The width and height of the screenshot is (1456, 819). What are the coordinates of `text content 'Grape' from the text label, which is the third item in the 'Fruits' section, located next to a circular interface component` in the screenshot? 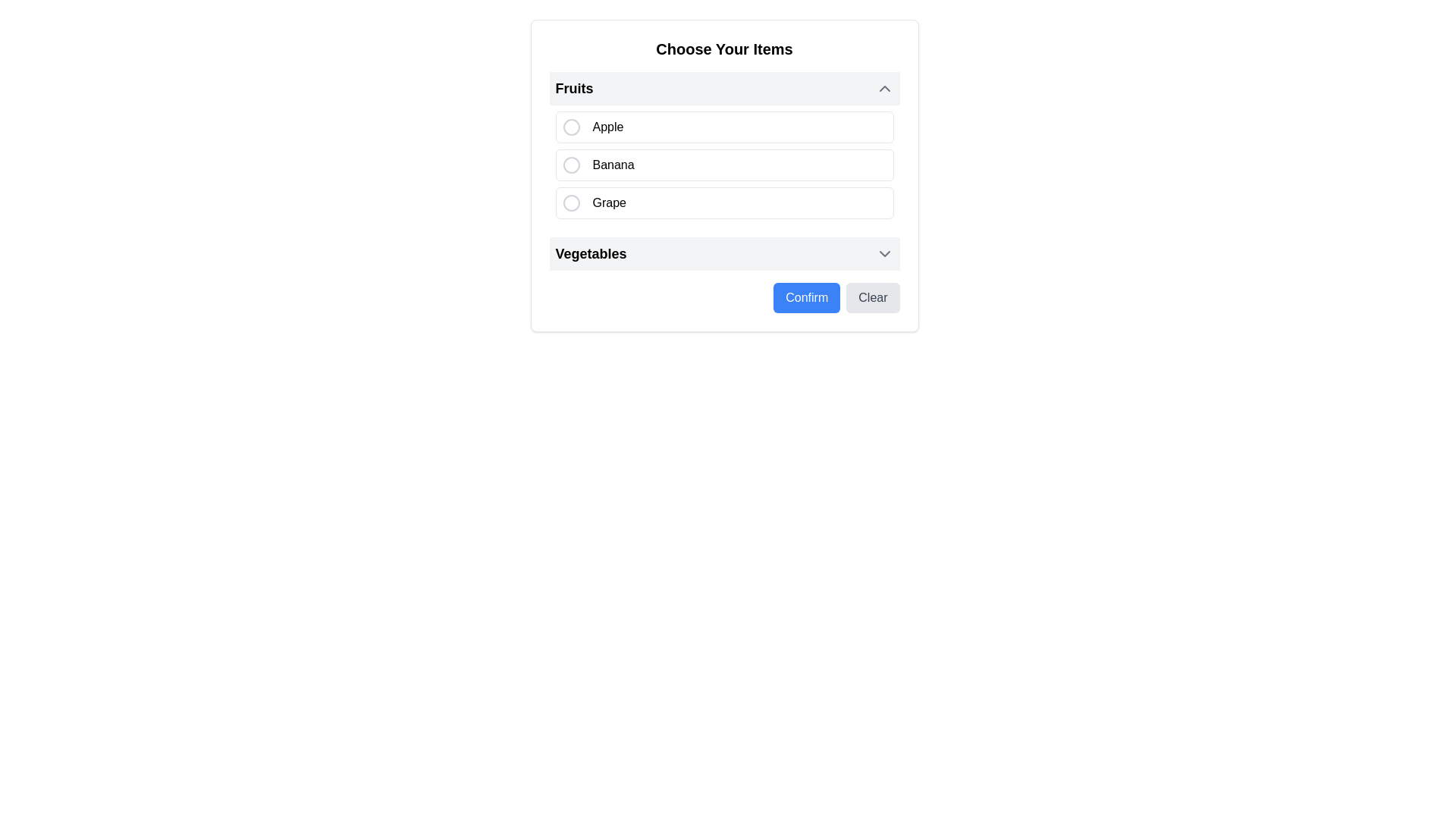 It's located at (609, 202).